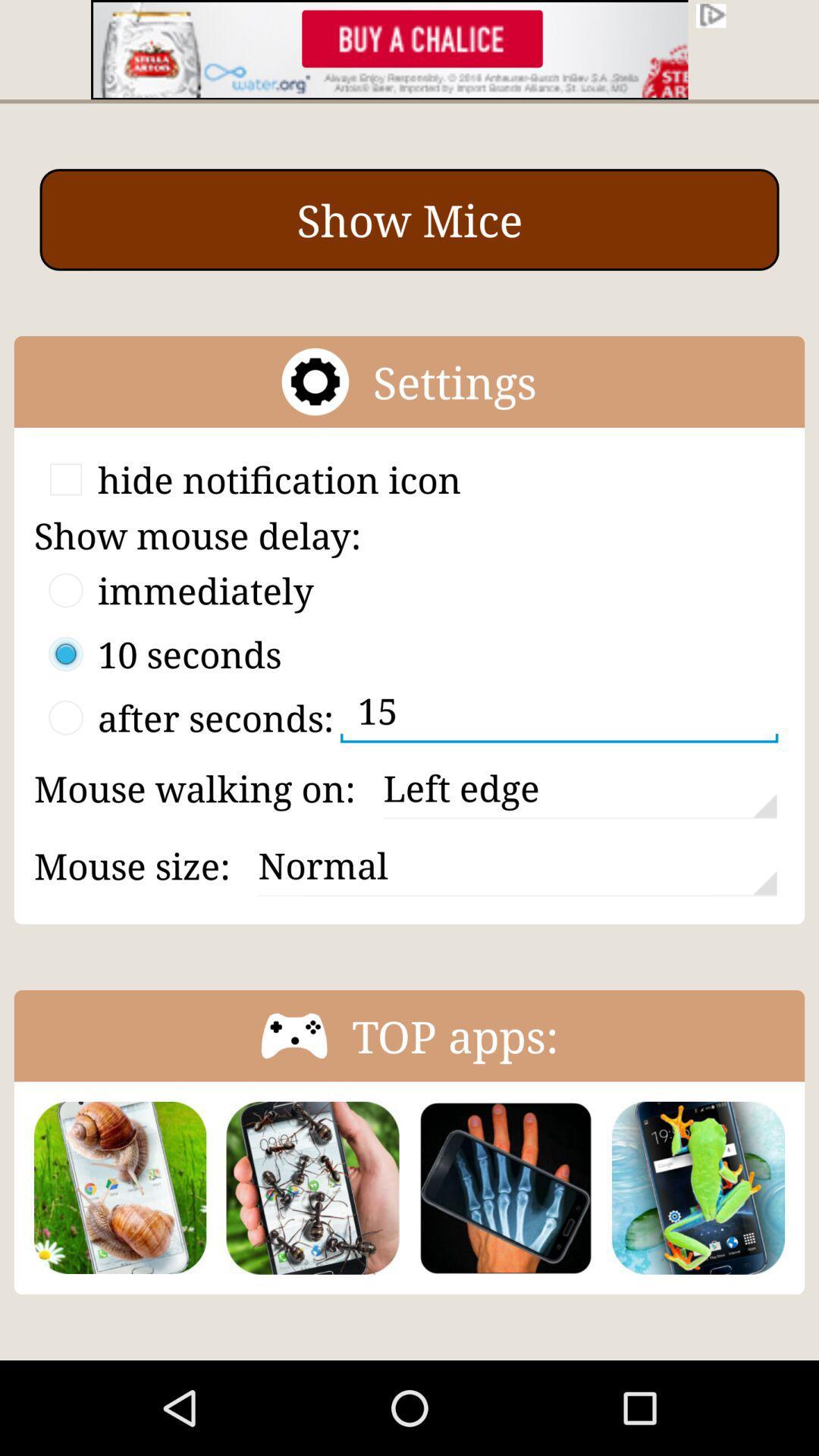  What do you see at coordinates (246, 479) in the screenshot?
I see `the option hide notification icon along with the check box beside it` at bounding box center [246, 479].